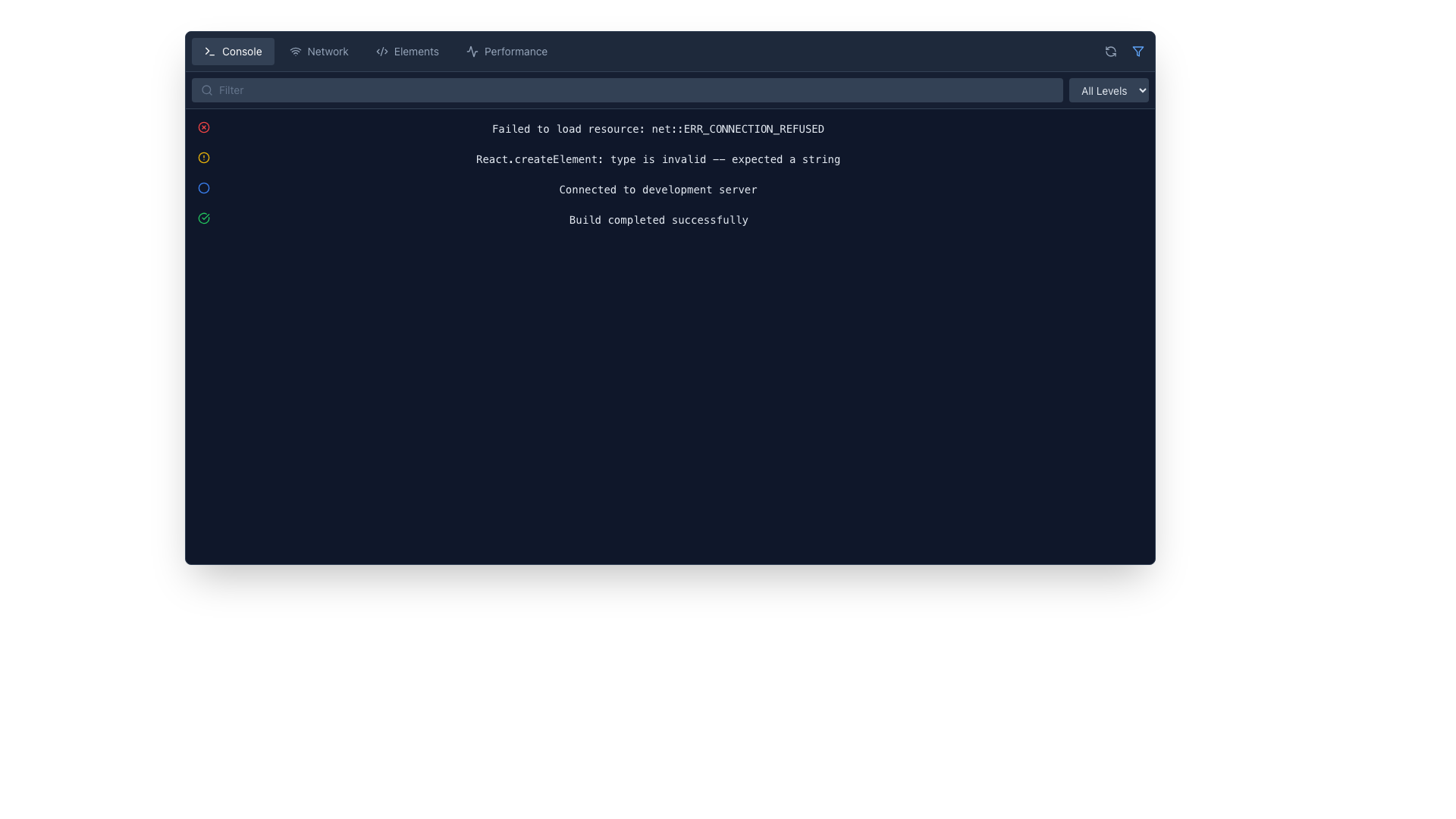 Image resolution: width=1456 pixels, height=819 pixels. I want to click on warning message content from the Notification item in the log list, which displays the message 'React.createElement: type is invalid -- expected a string', so click(669, 158).